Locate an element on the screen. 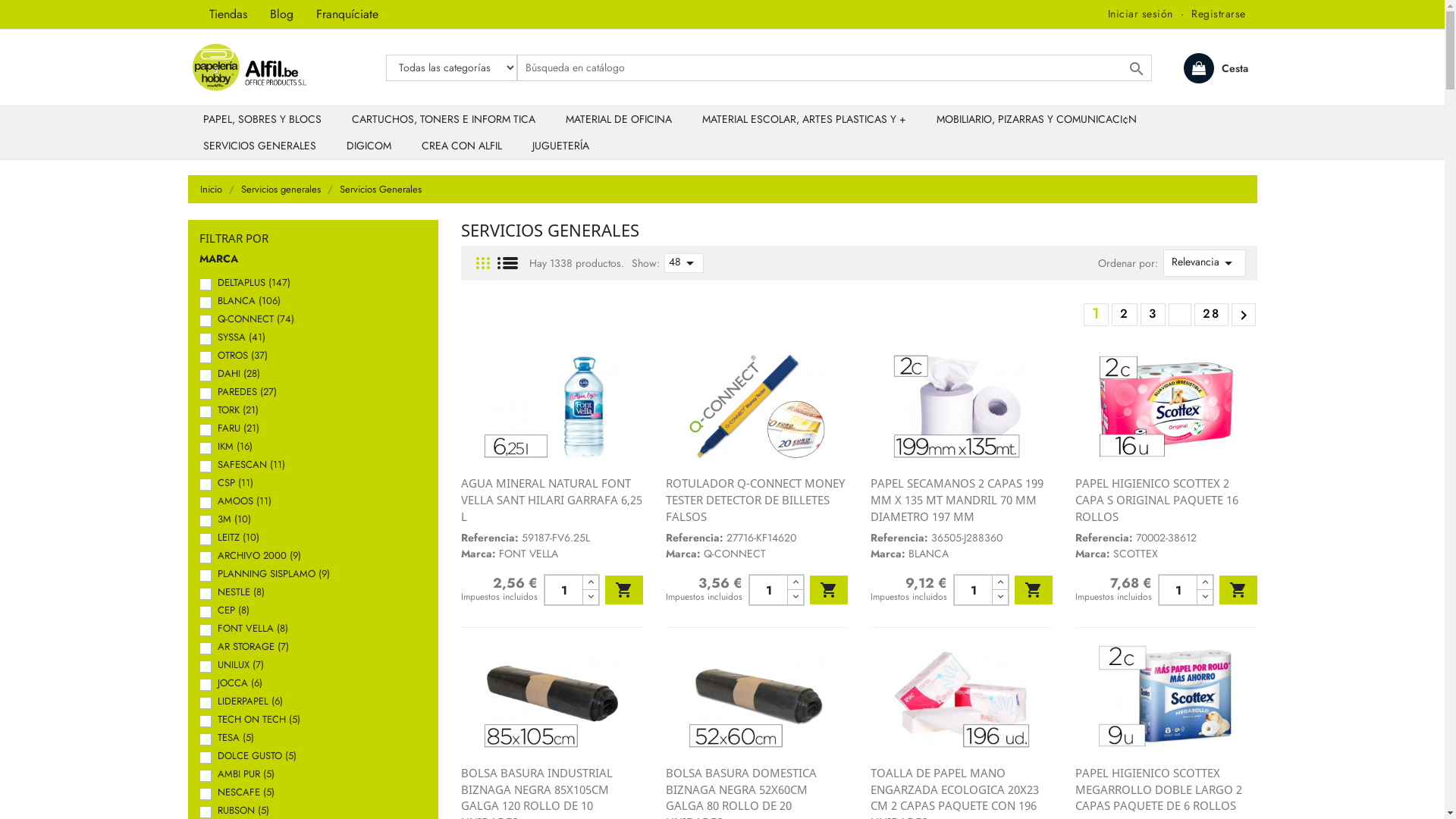 Image resolution: width=1456 pixels, height=819 pixels. 'SERVICIOS GENERALES' is located at coordinates (259, 146).